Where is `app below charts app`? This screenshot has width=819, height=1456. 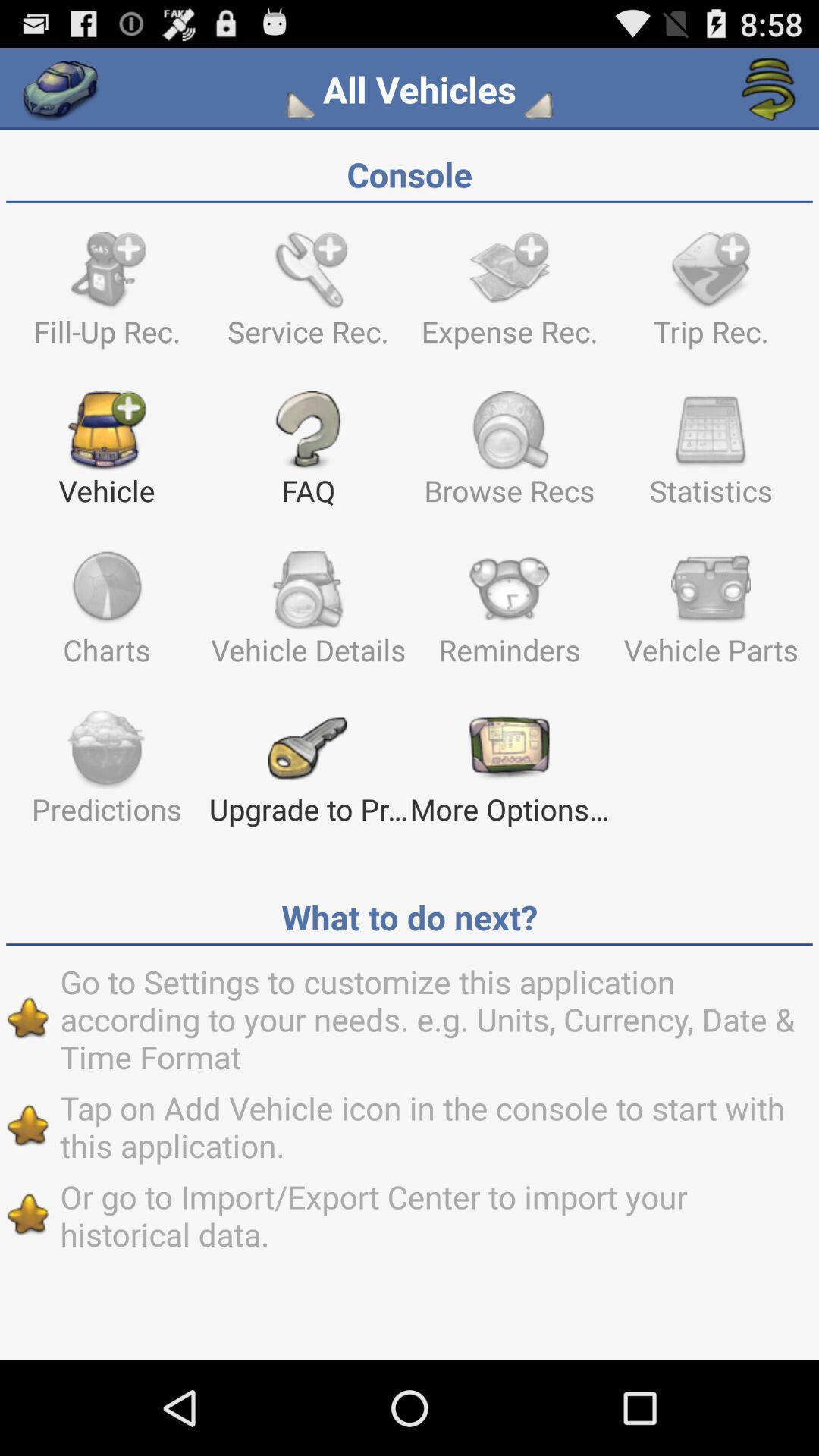
app below charts app is located at coordinates (106, 774).